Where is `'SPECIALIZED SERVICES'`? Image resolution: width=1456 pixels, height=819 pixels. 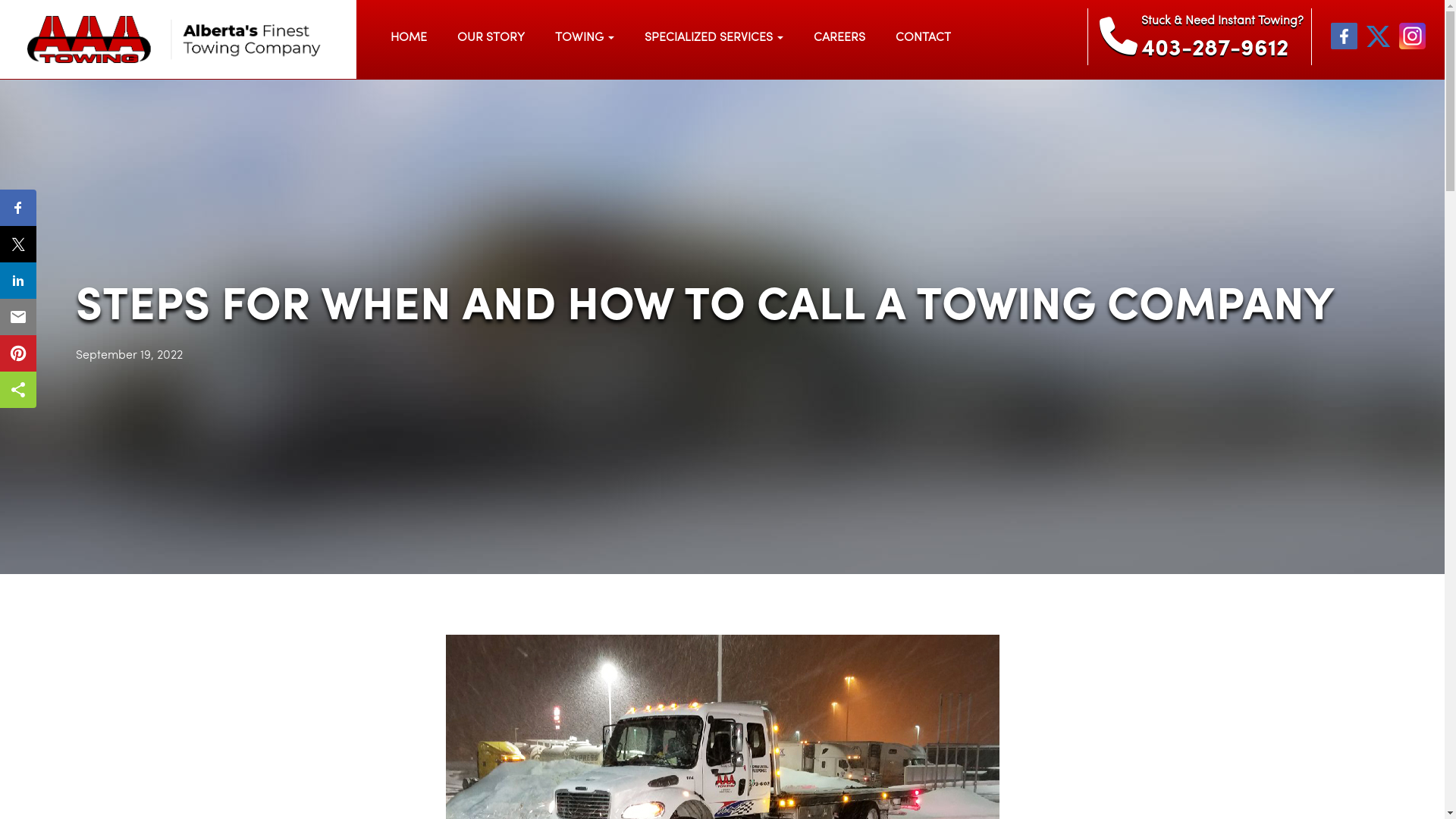 'SPECIALIZED SERVICES' is located at coordinates (644, 37).